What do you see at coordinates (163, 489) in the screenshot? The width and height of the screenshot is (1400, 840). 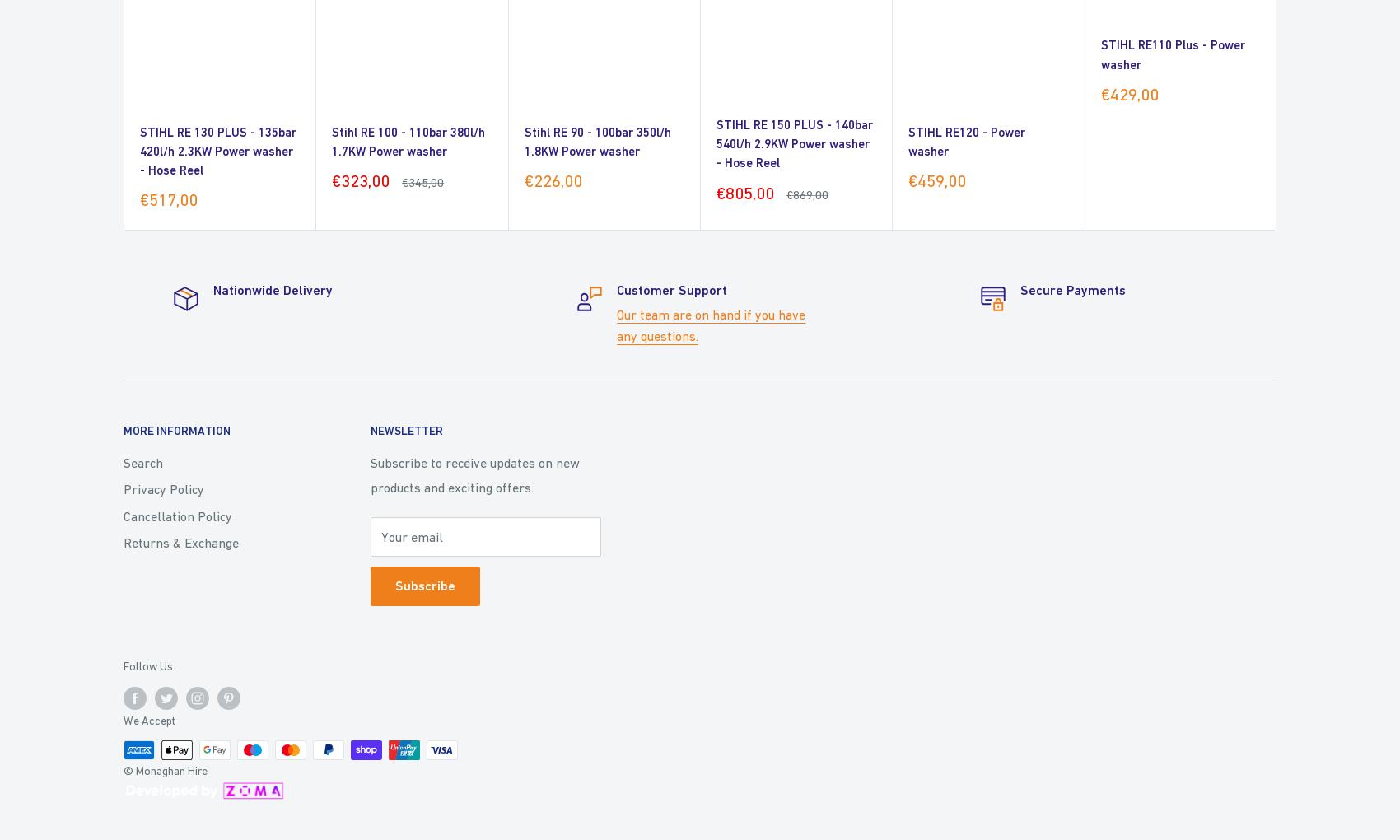 I see `'Privacy Policy'` at bounding box center [163, 489].